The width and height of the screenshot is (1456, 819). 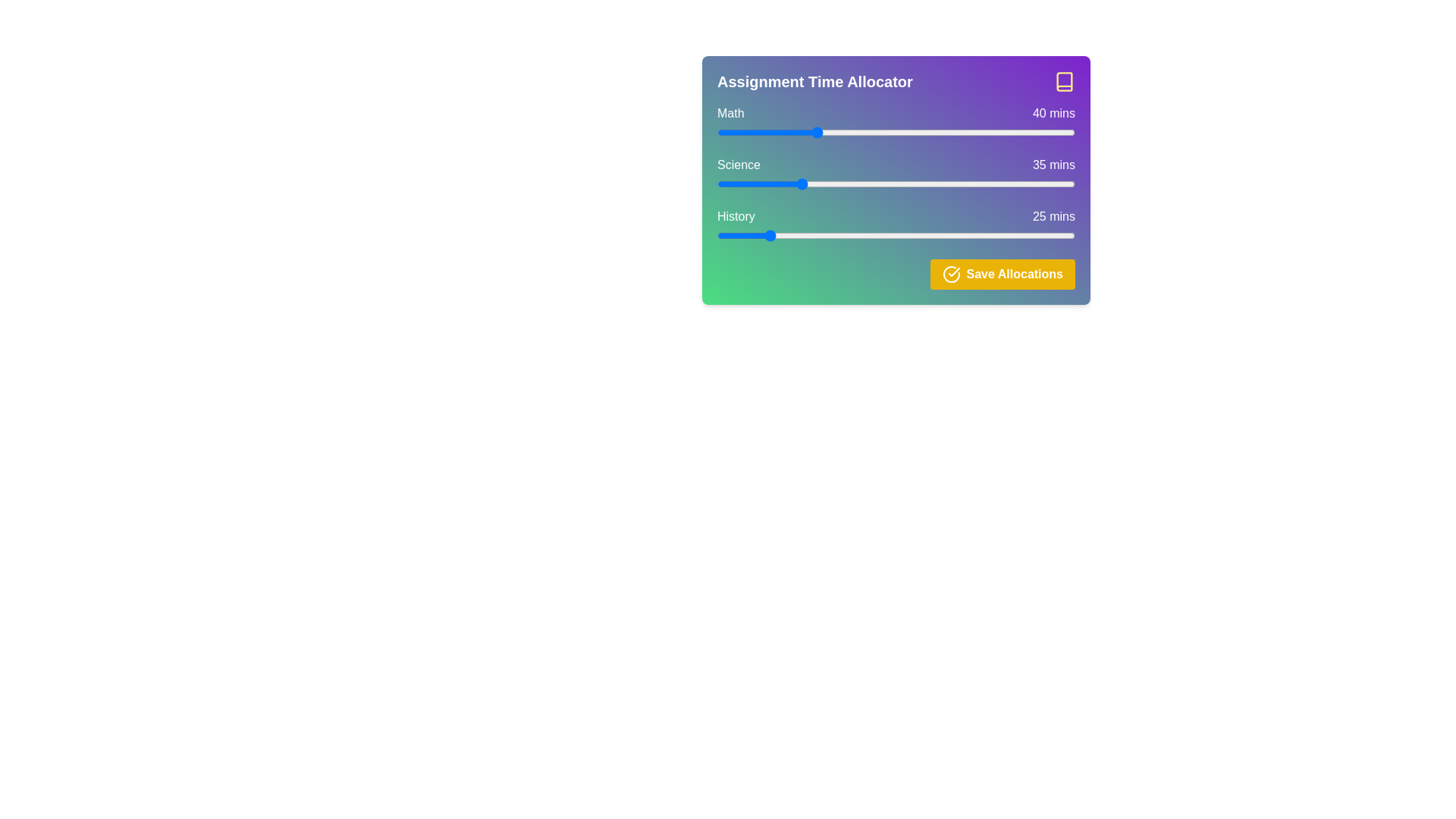 I want to click on allocation time, so click(x=824, y=184).